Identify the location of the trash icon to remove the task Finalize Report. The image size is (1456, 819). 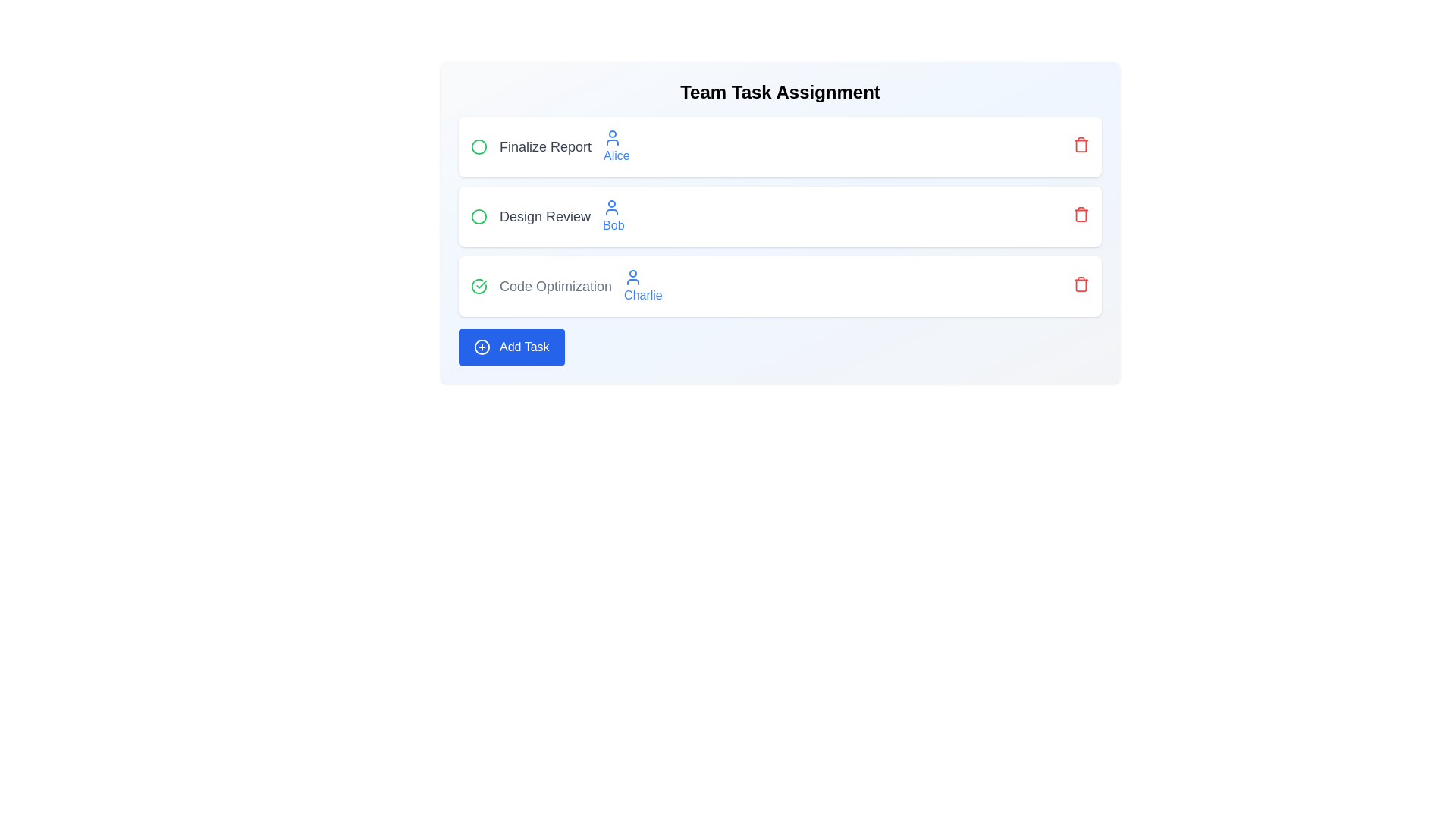
(1080, 144).